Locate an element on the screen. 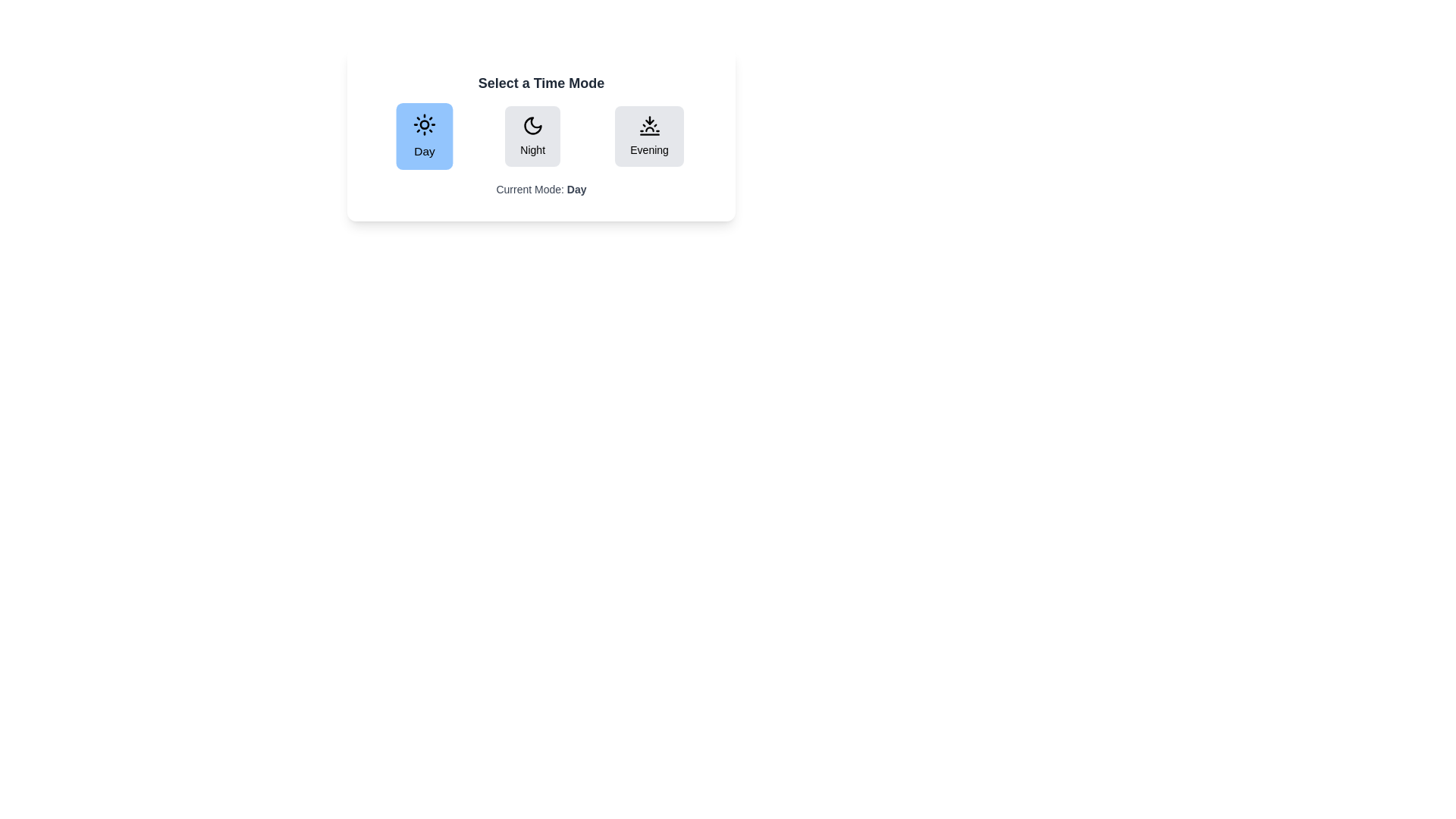 The width and height of the screenshot is (1456, 819). the button corresponding to the mode Evening is located at coordinates (649, 136).